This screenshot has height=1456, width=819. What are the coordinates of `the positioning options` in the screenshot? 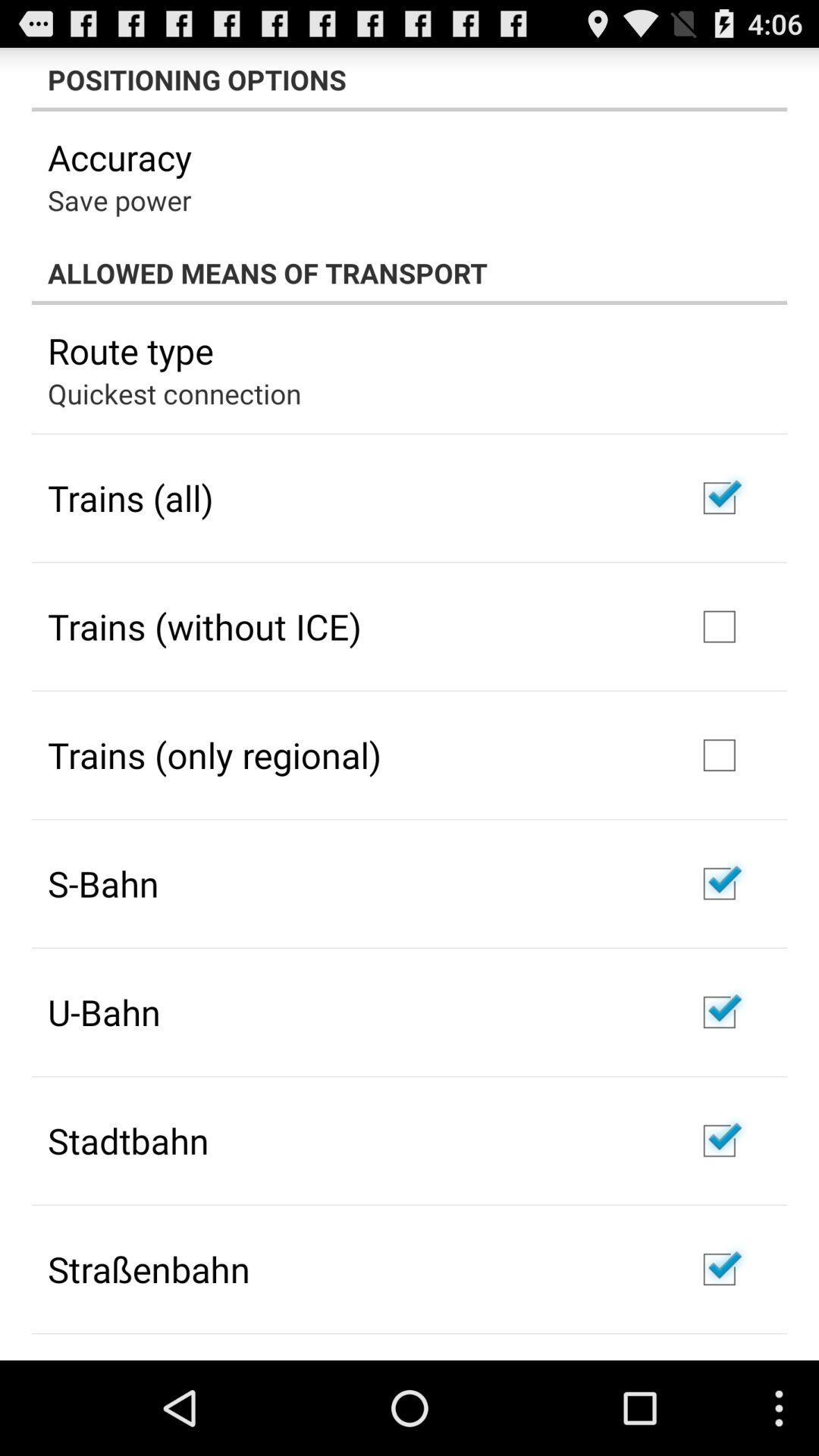 It's located at (409, 79).